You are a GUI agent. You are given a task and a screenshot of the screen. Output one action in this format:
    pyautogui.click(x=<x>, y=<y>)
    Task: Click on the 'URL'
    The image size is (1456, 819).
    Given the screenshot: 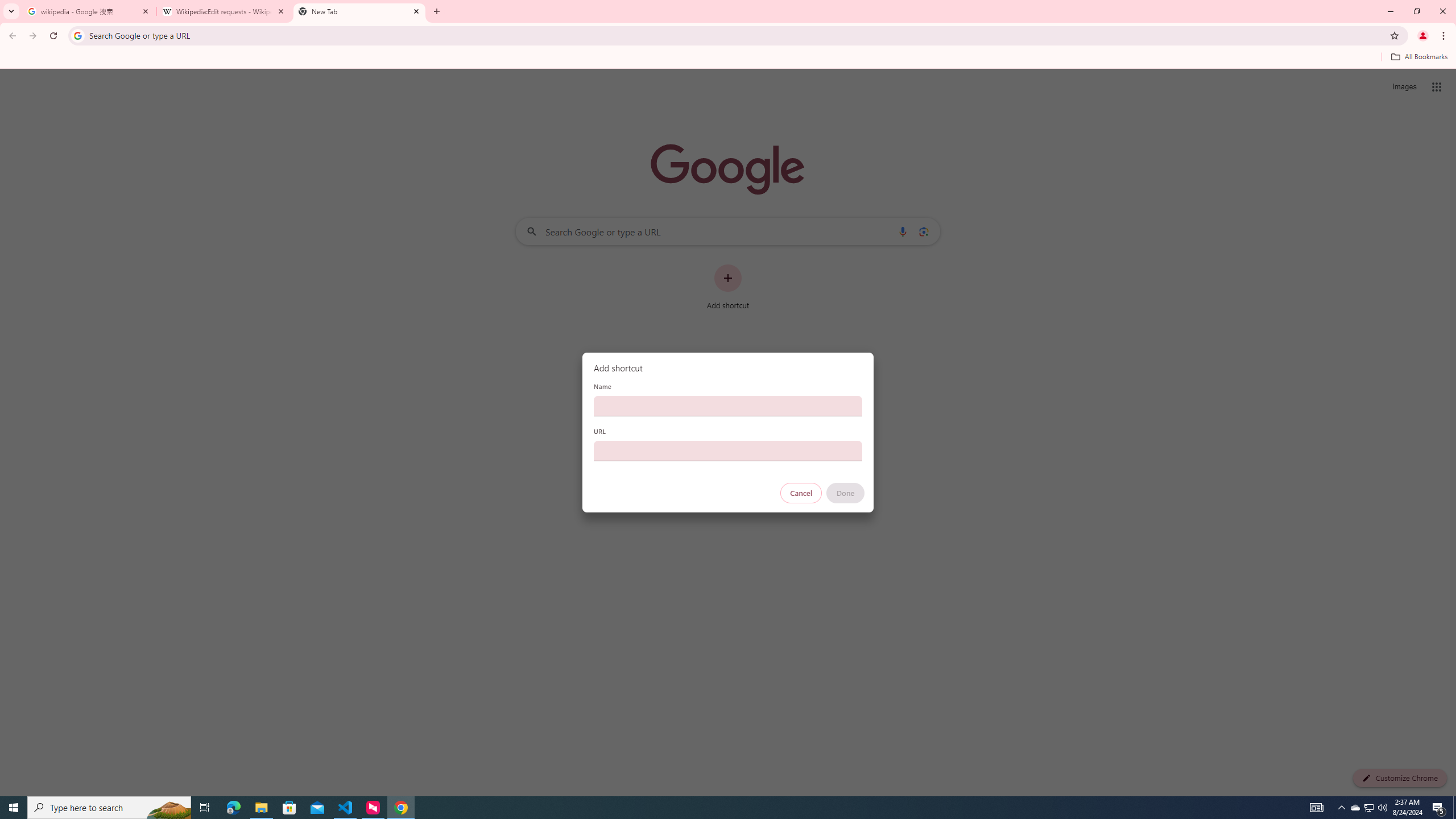 What is the action you would take?
    pyautogui.click(x=728, y=450)
    